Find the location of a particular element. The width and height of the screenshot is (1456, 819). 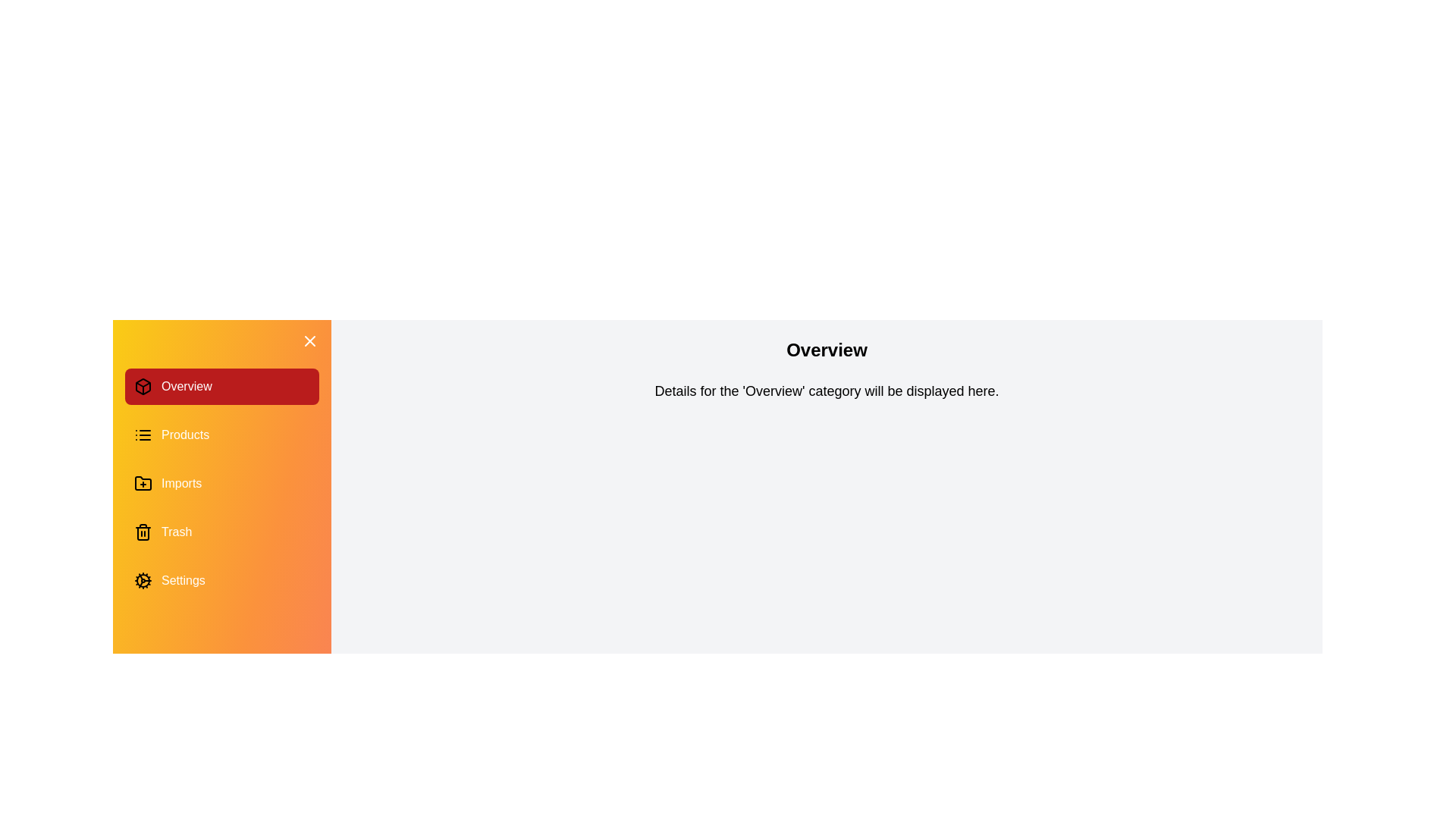

the category Settings in the drawer to switch the content displayed is located at coordinates (221, 580).